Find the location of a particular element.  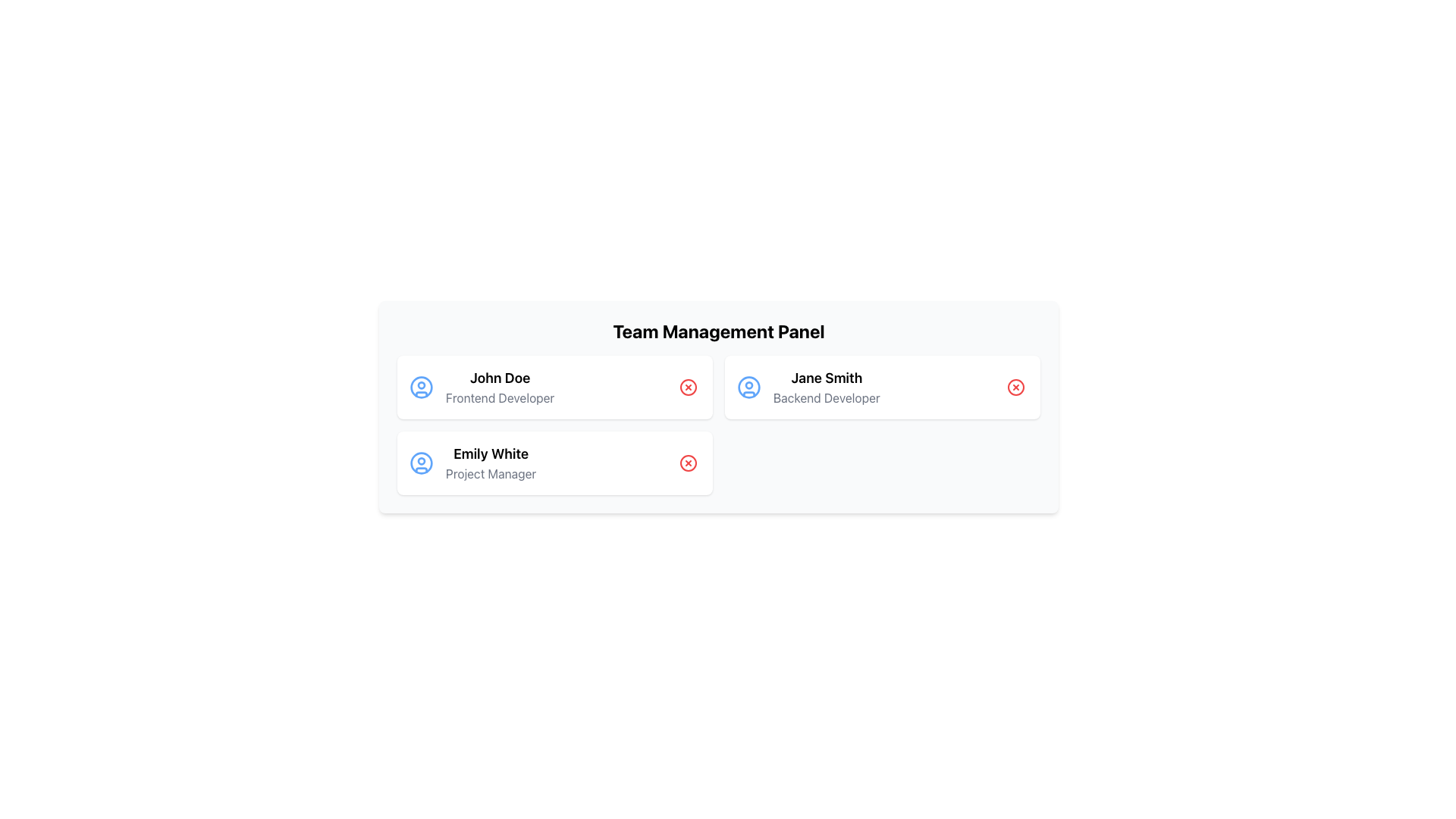

the circular user profile icon with a blue outline and inner figure located in the upper-right card under the 'Team Management Panel', next to the text 'Jane Smith' and 'Backend Developer' is located at coordinates (749, 386).